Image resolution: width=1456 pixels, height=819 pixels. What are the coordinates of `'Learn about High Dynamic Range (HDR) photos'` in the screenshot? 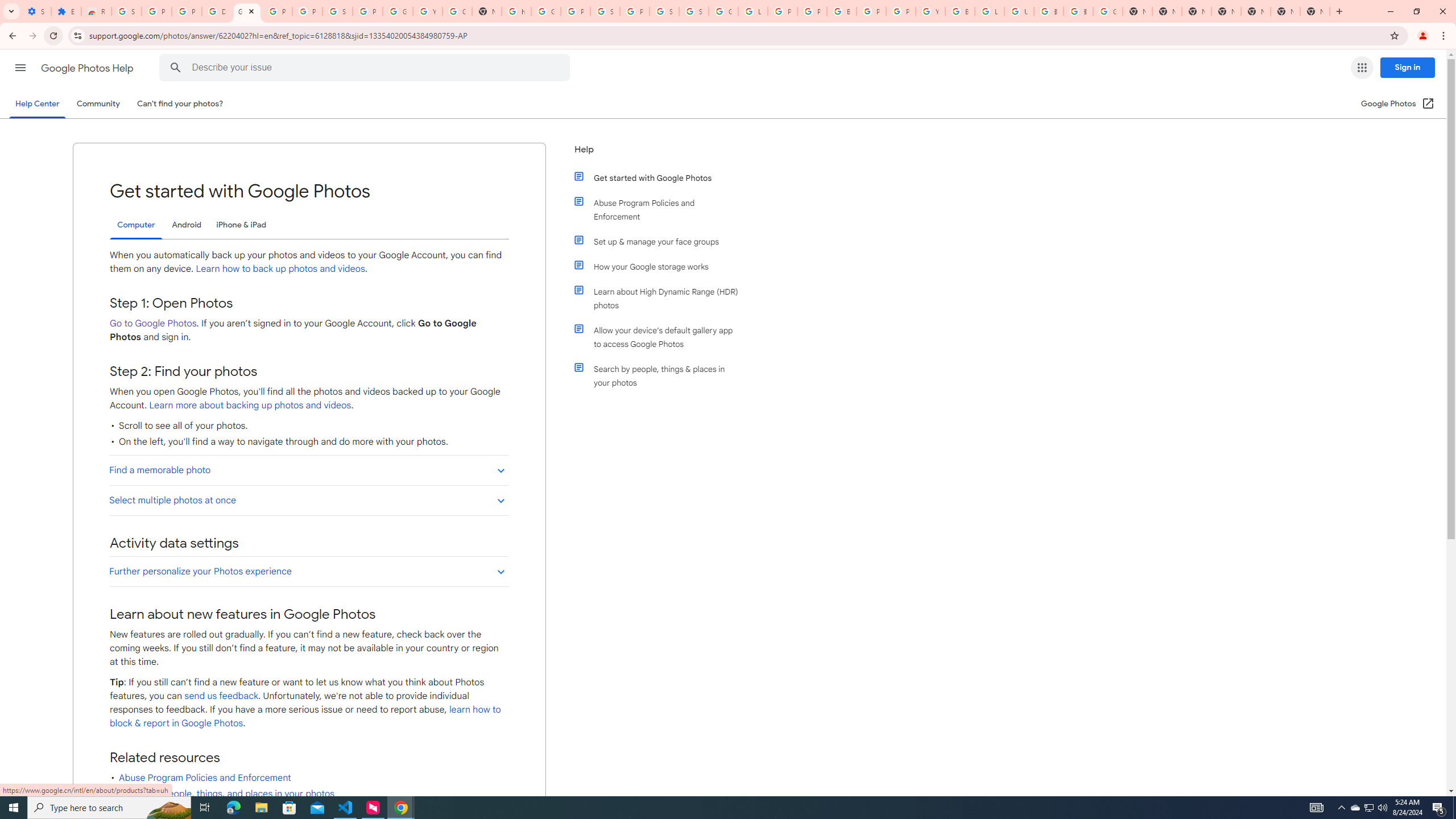 It's located at (661, 298).